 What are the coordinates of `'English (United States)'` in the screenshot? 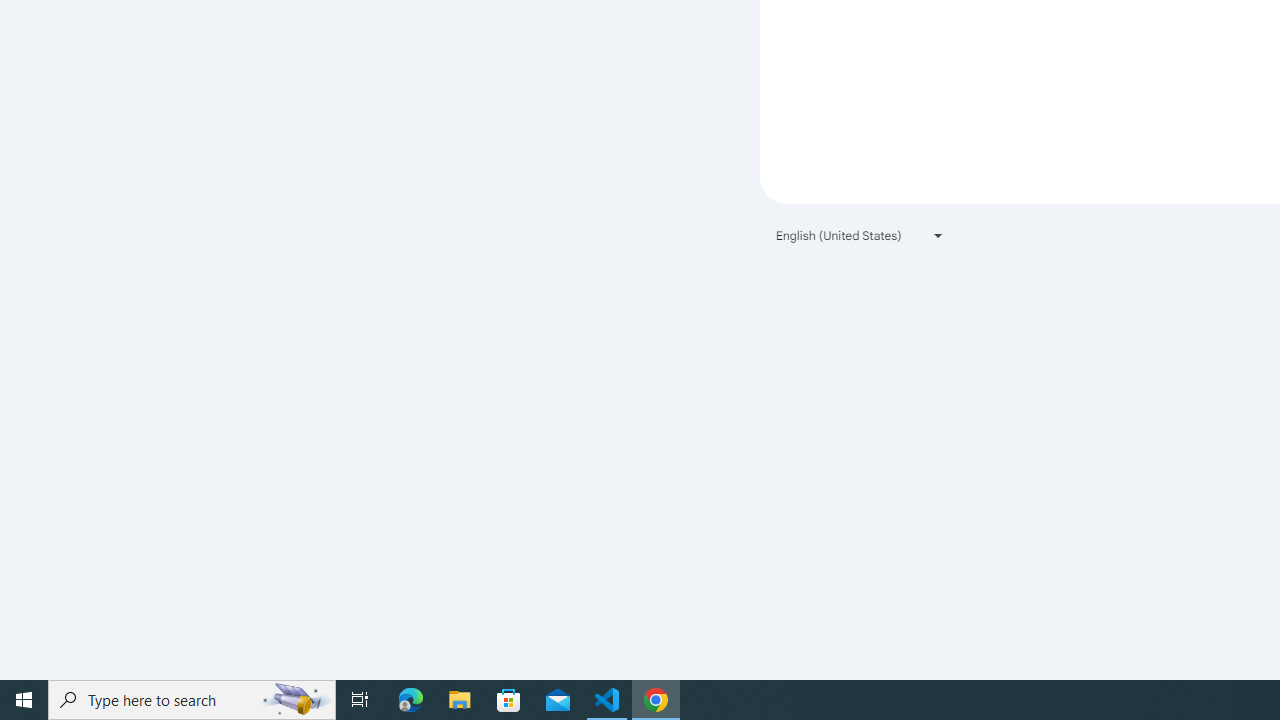 It's located at (860, 234).